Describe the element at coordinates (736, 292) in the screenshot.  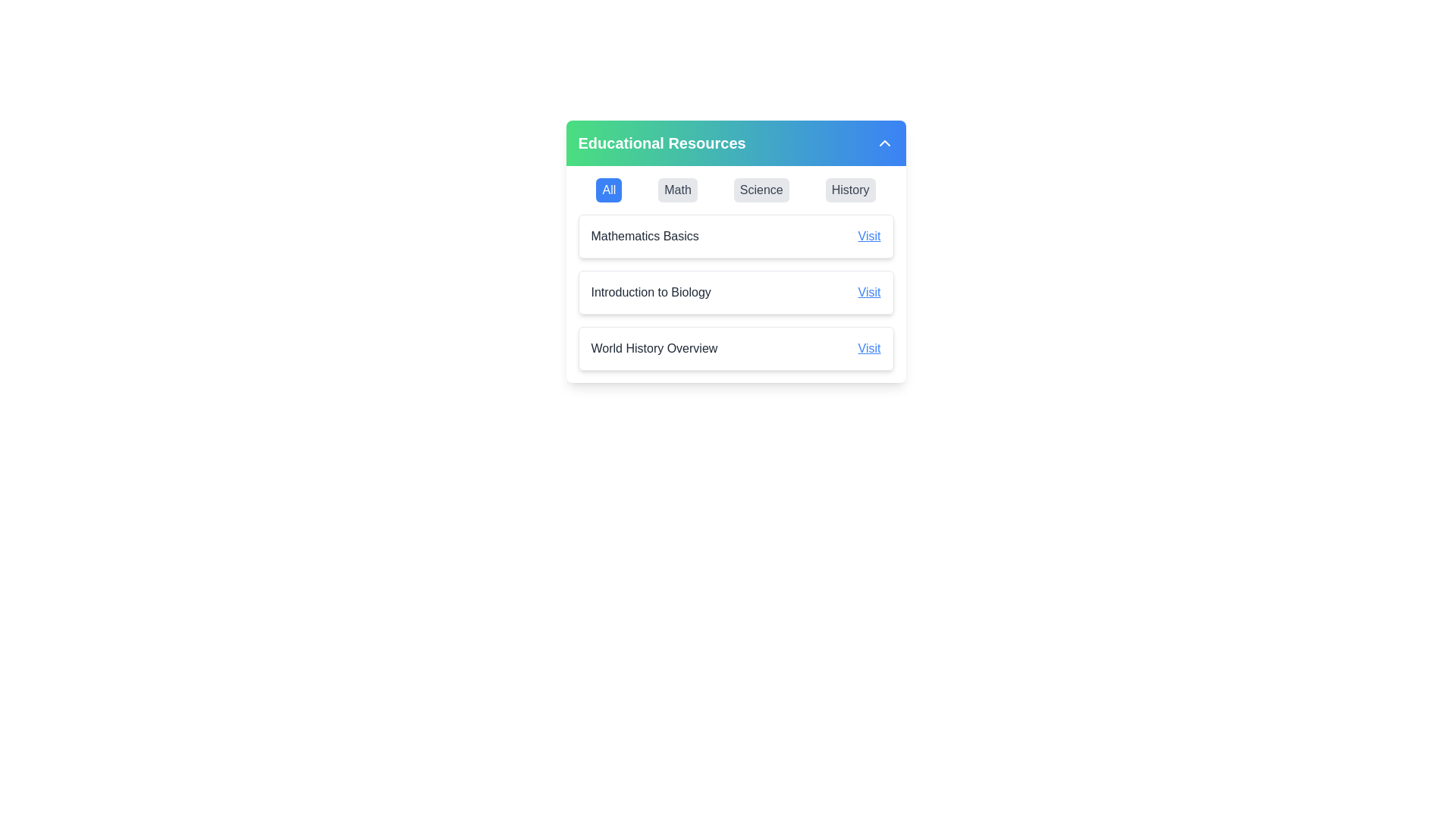
I see `the second card in the 'Educational Resources' section, which provides a description and a hyperlink titled 'Introduction to Biology.'` at that location.